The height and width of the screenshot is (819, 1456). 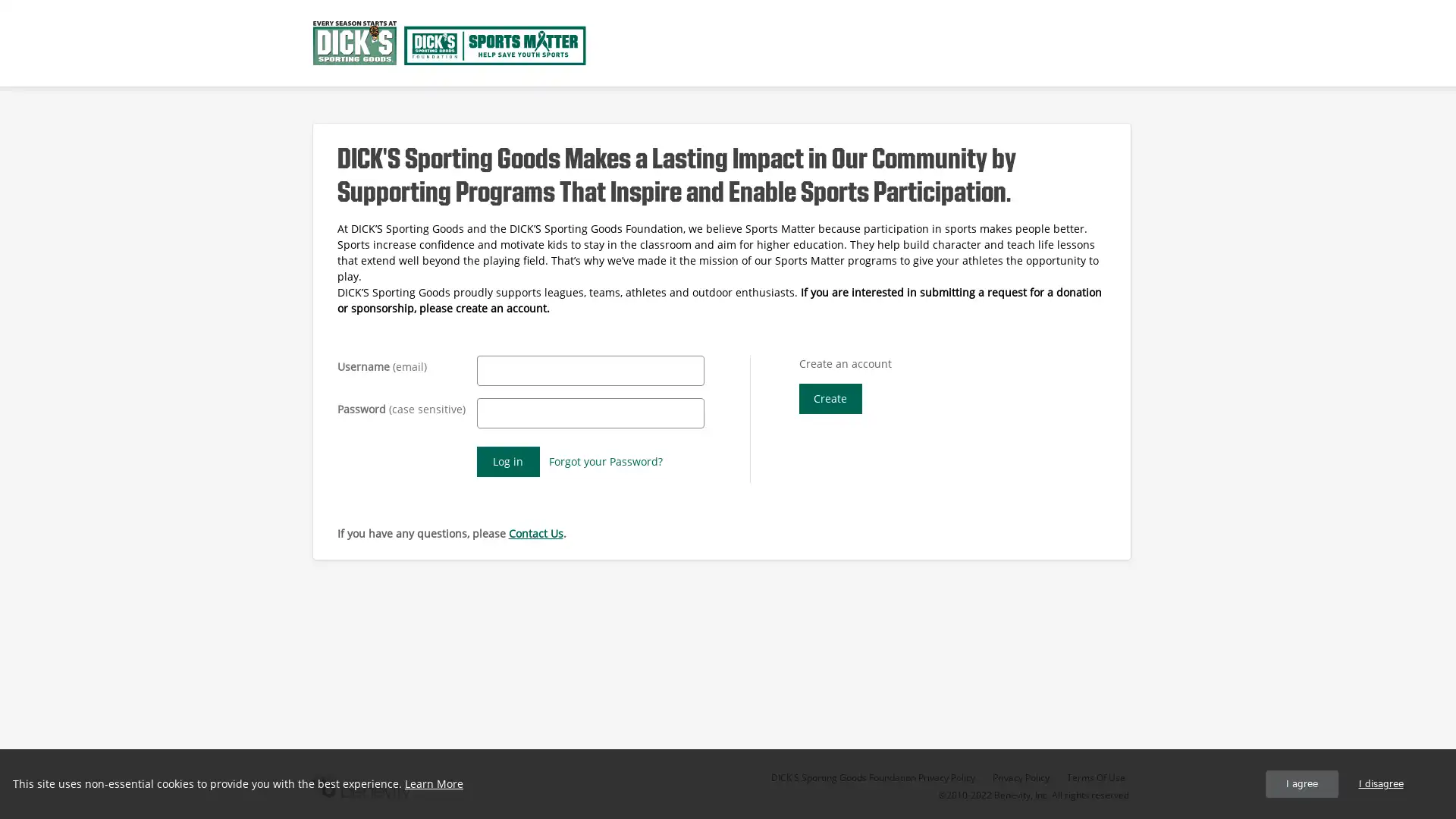 I want to click on I disagree, so click(x=1380, y=783).